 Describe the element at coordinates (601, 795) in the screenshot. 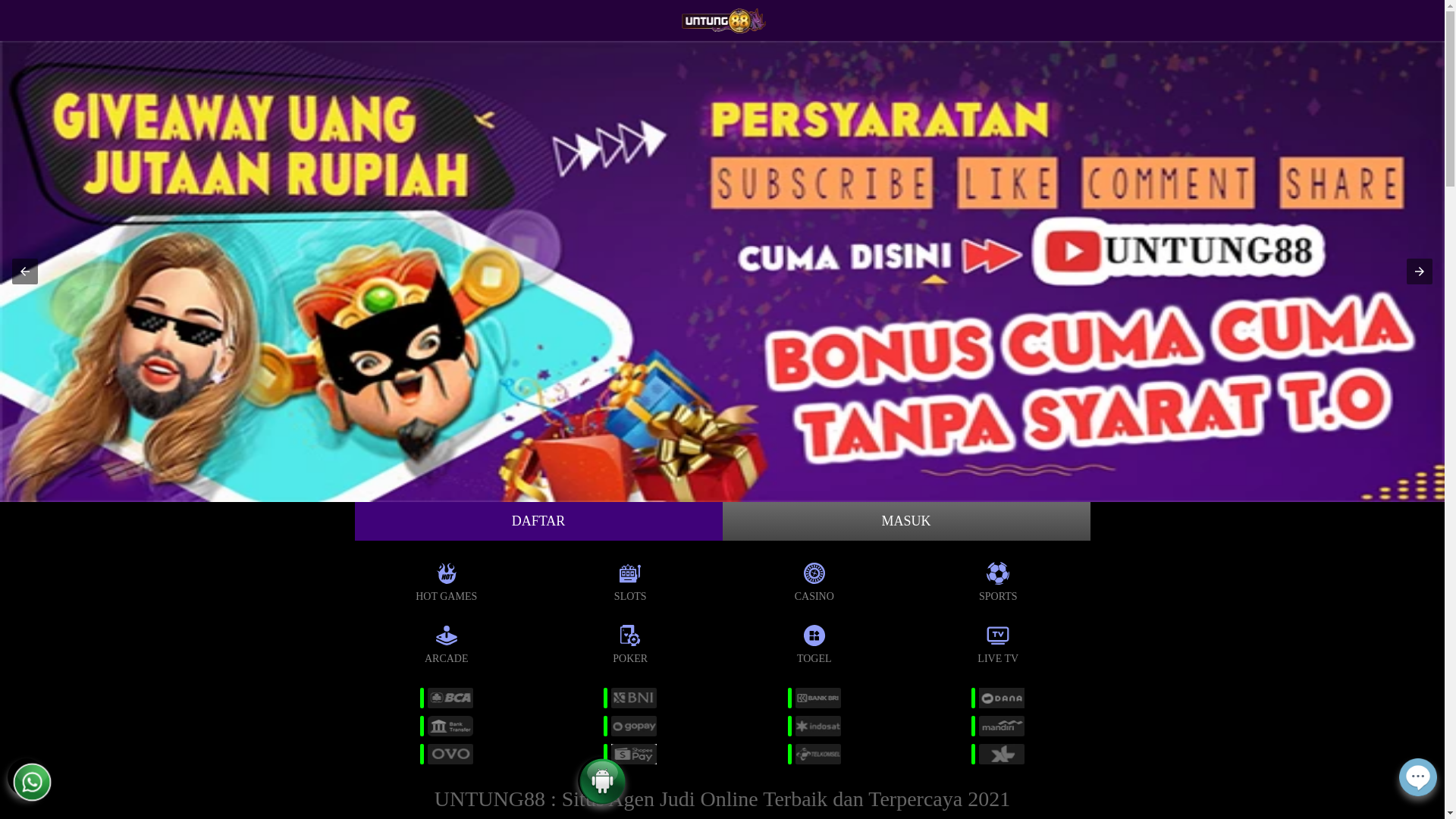

I see `'Download APK'` at that location.